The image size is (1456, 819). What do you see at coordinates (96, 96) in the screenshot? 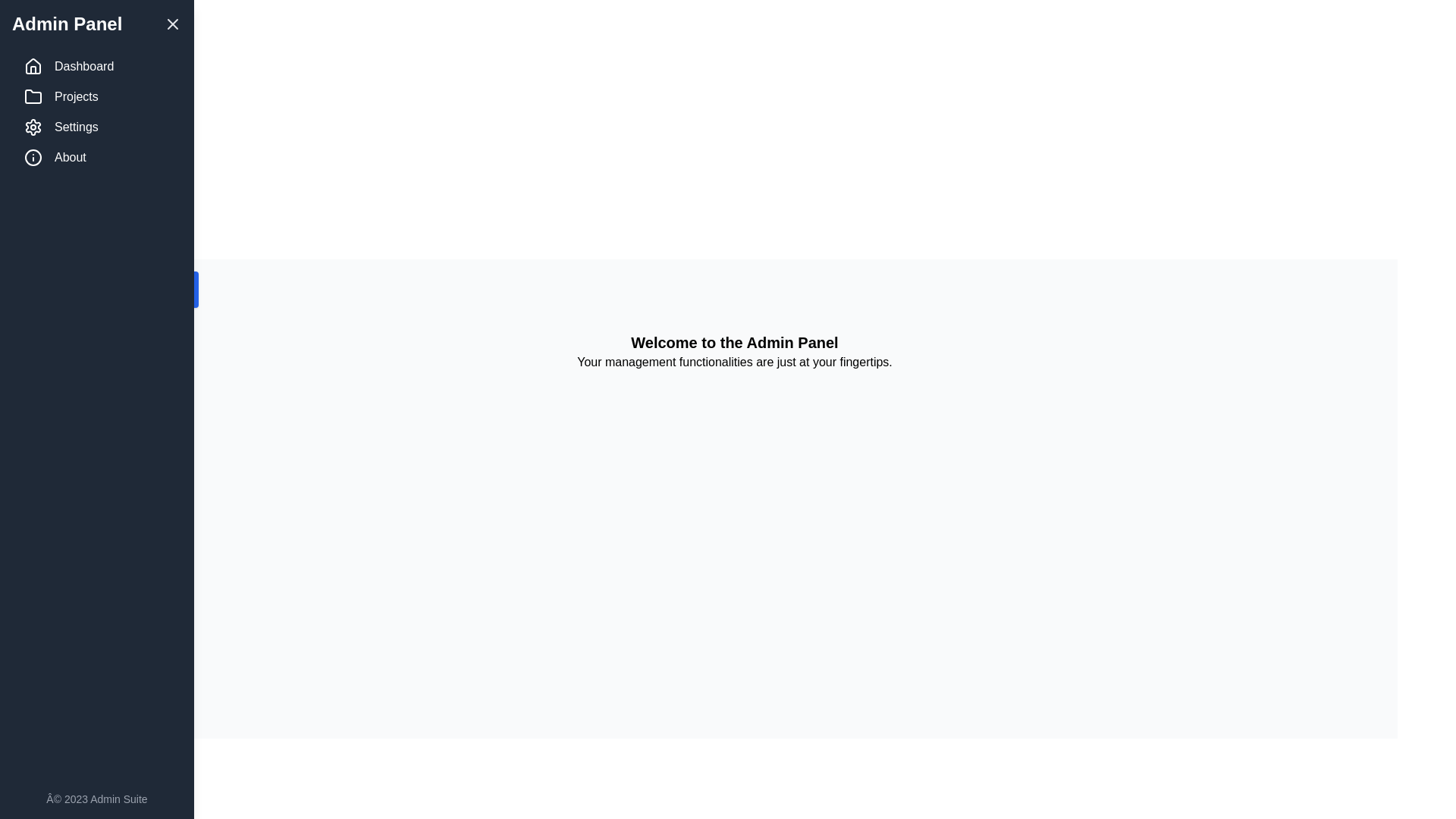
I see `the 'Projects' button located in the vertical sidebar, which is the second menu item below 'Dashboard' and above 'Settings'` at bounding box center [96, 96].